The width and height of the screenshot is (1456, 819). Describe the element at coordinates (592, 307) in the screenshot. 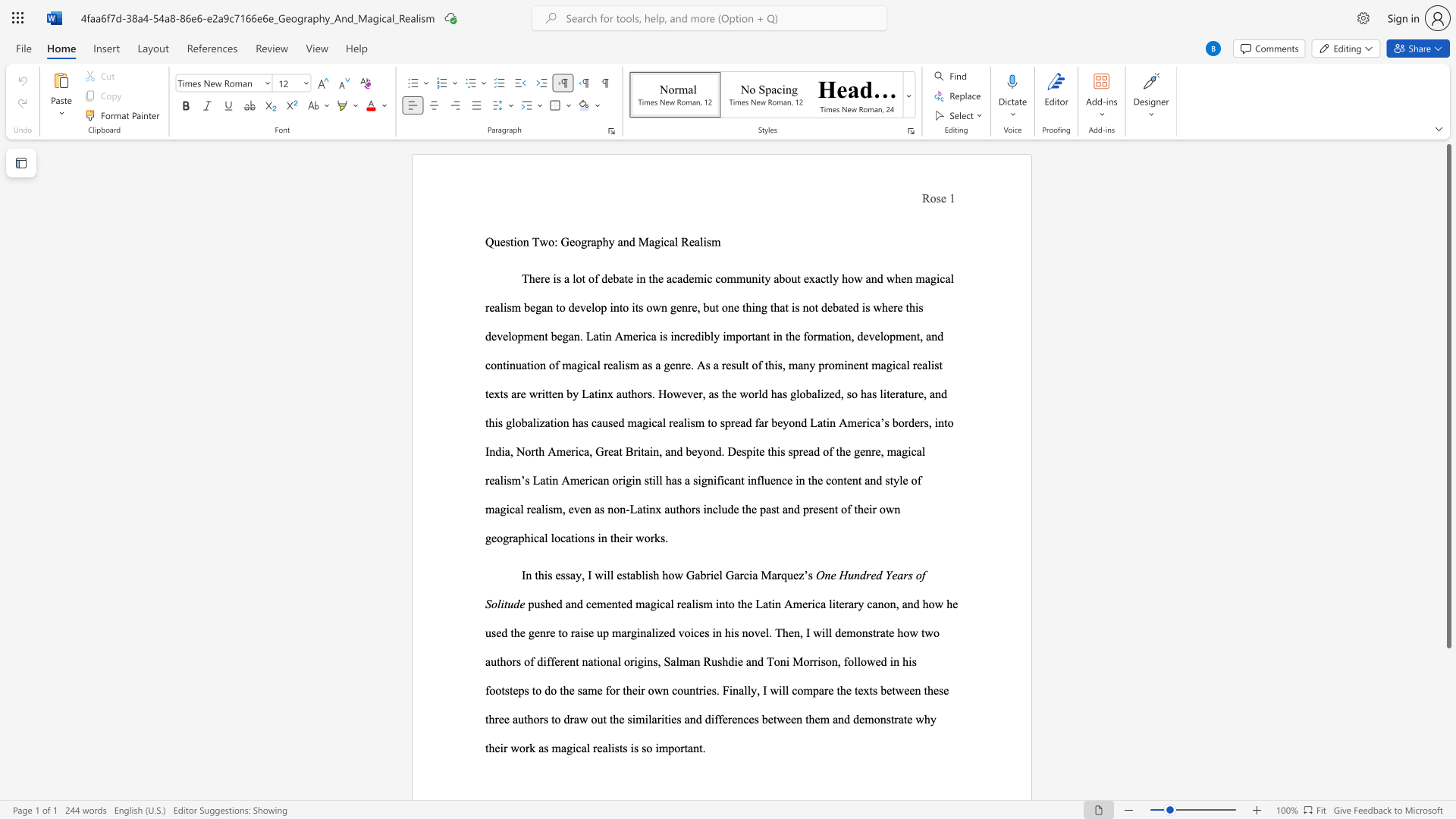

I see `the 5th character "l" in the text` at that location.